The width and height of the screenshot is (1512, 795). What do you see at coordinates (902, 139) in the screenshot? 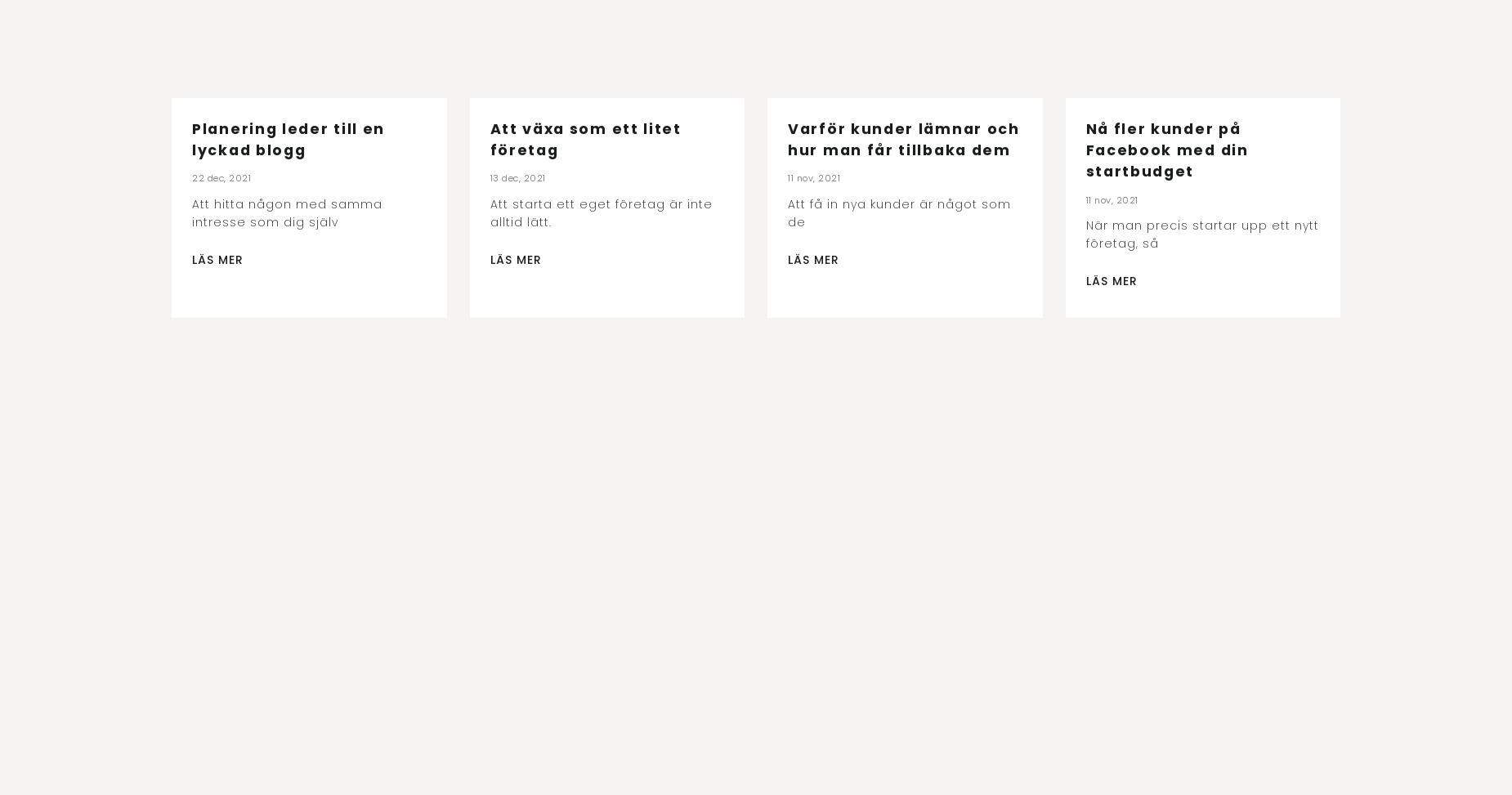
I see `'Varför kunder lämnar och hur man får tillbaka dem'` at bounding box center [902, 139].